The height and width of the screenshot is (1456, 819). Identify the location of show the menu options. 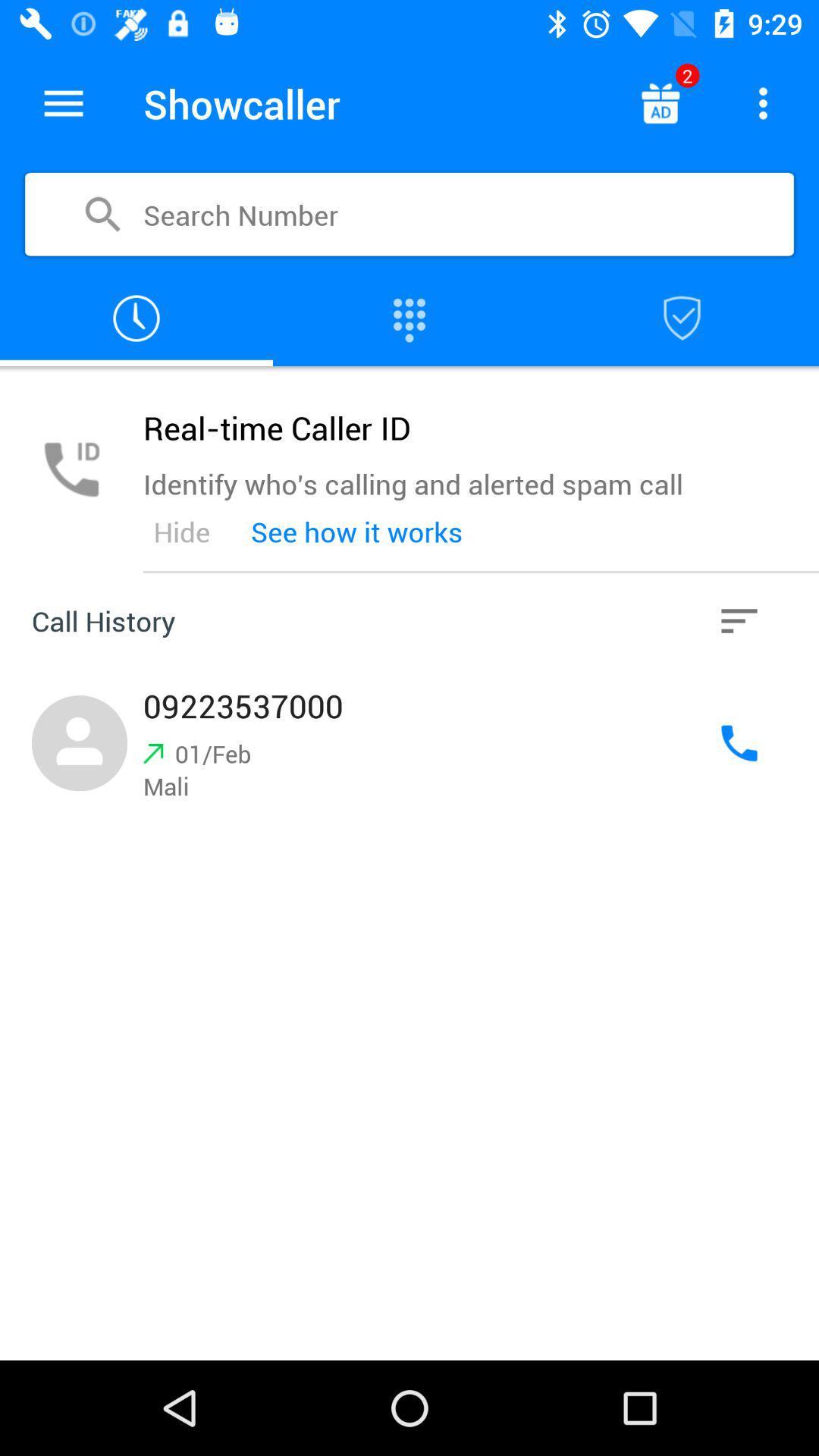
(63, 102).